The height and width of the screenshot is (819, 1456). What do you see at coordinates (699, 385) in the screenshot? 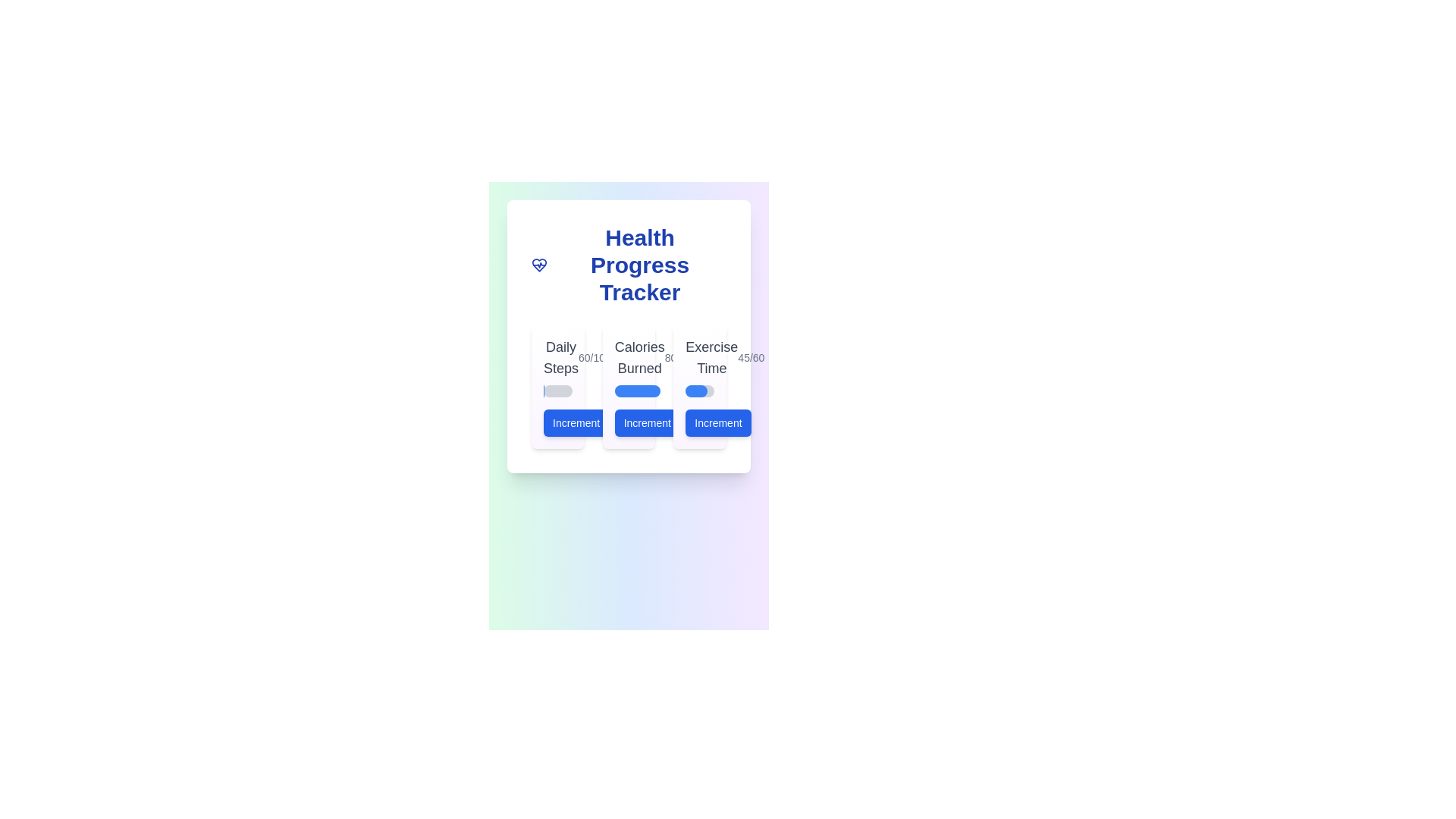
I see `the horizontal toggle switch indicating an off state, located below the 'Exercise Time' text label in the third card of the grid layout` at bounding box center [699, 385].